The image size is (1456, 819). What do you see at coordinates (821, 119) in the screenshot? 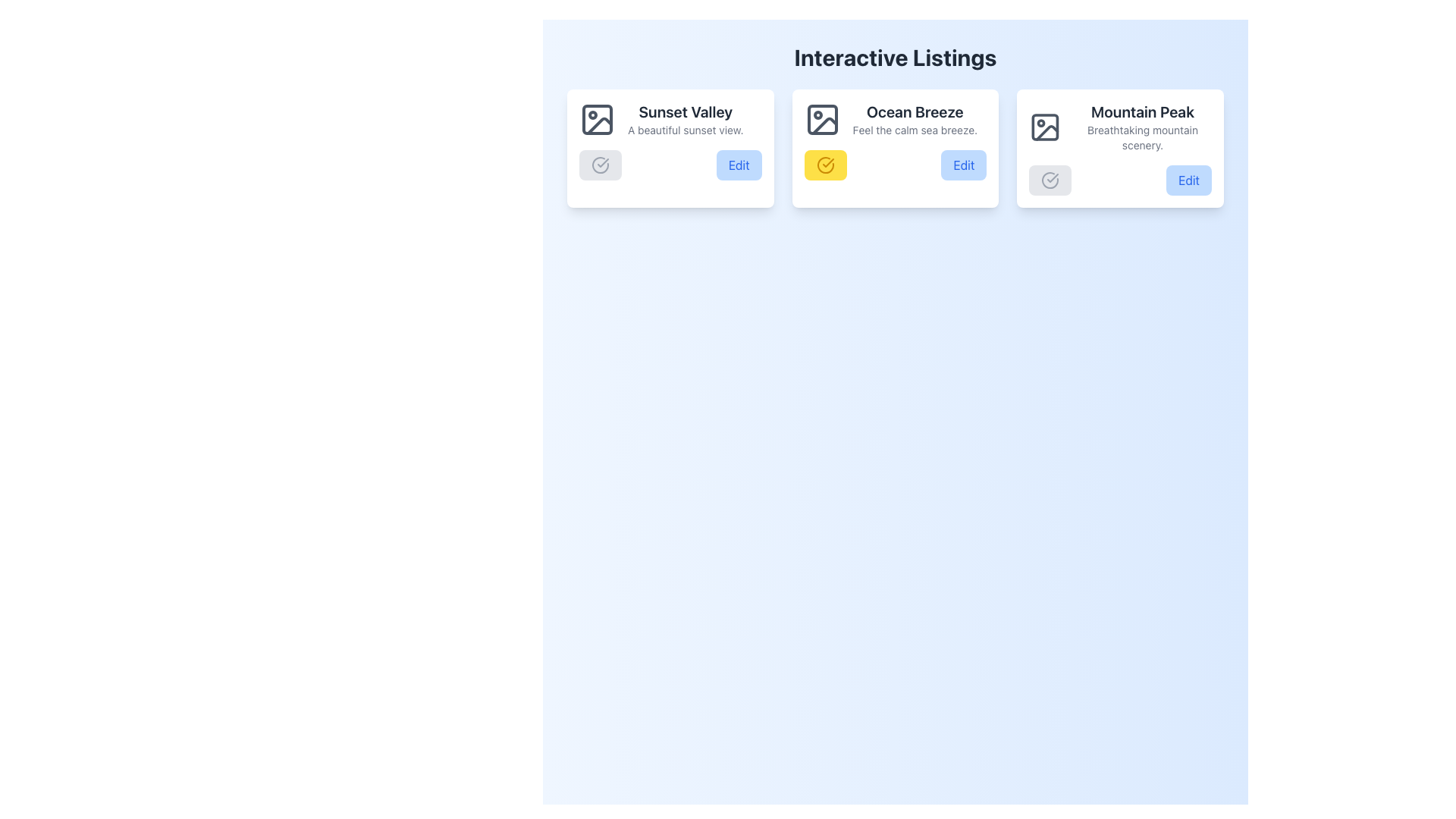
I see `the SVG rectangle element with rounded corners in the image icon on the left side of the 'Ocean Breeze' card` at bounding box center [821, 119].